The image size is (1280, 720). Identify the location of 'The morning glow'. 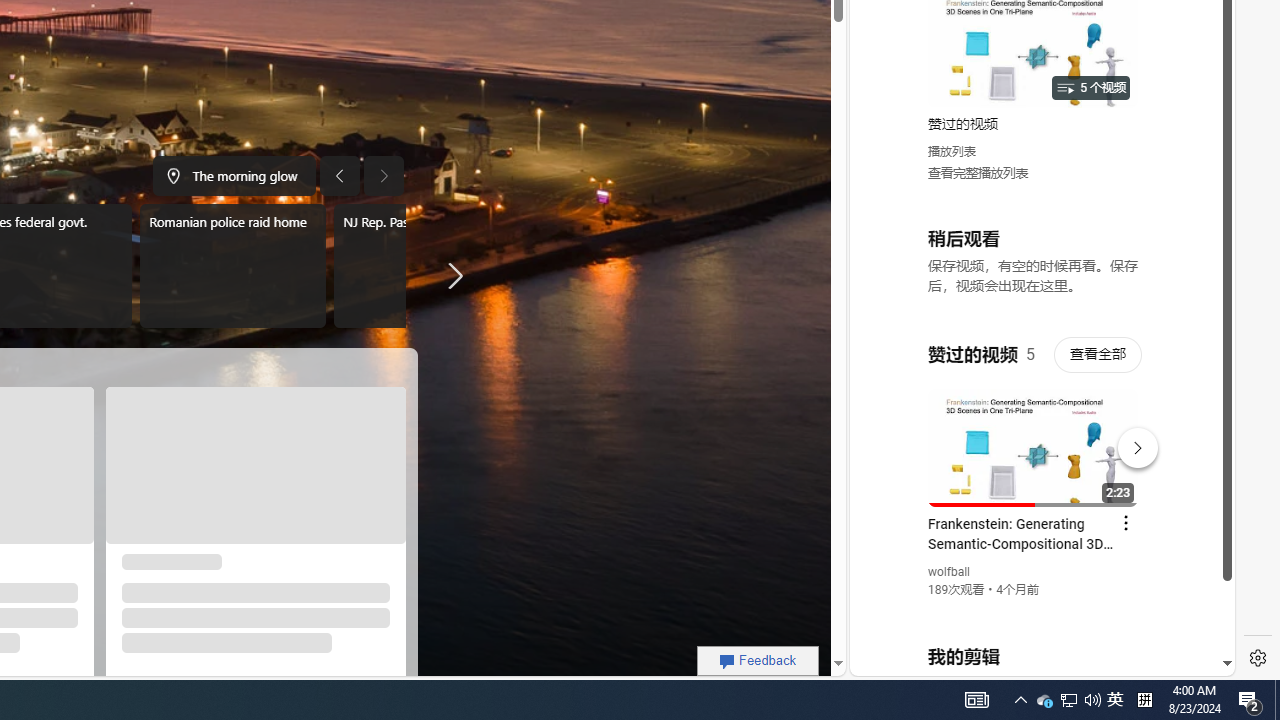
(234, 175).